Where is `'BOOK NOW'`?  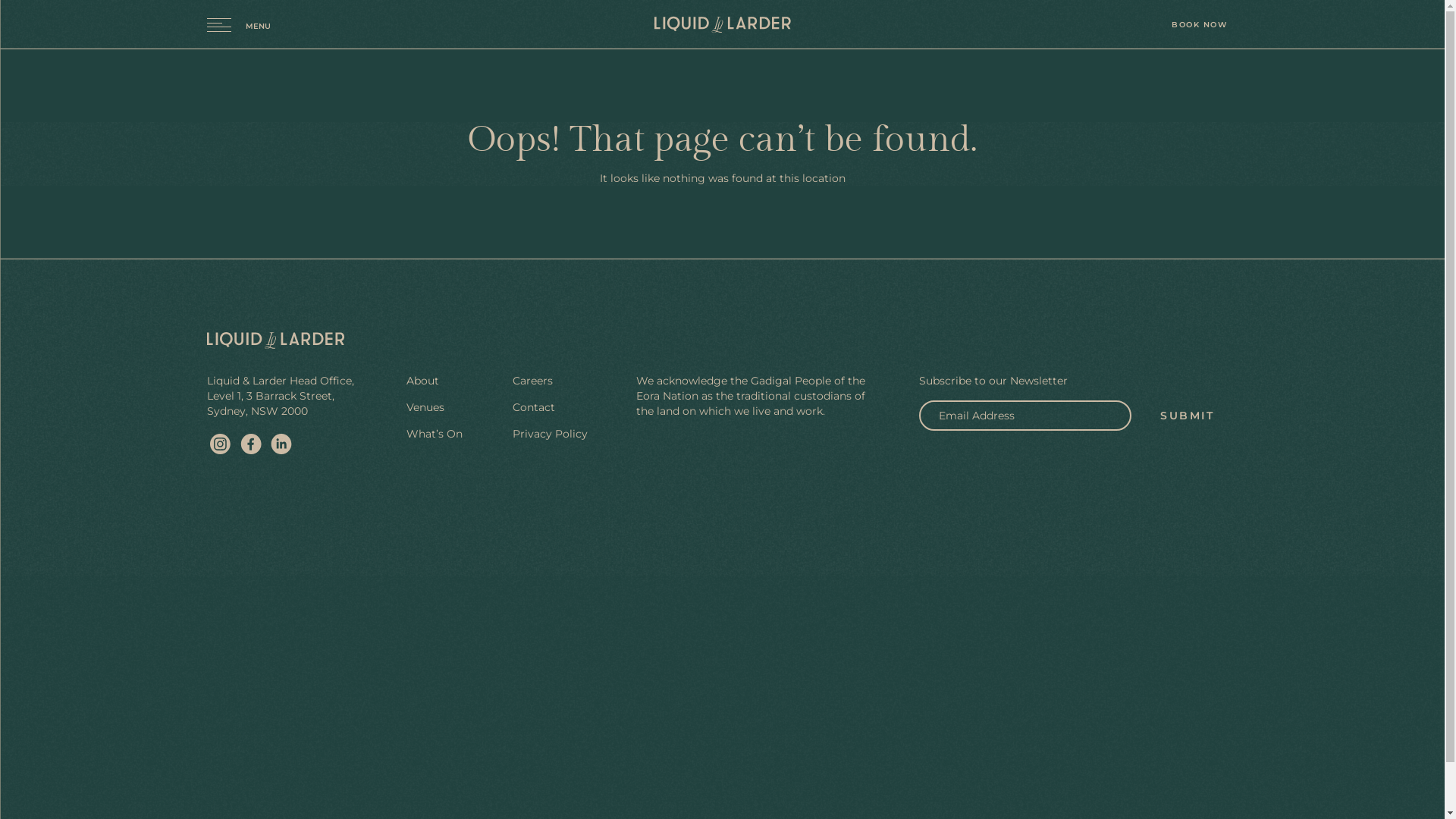
'BOOK NOW' is located at coordinates (1197, 24).